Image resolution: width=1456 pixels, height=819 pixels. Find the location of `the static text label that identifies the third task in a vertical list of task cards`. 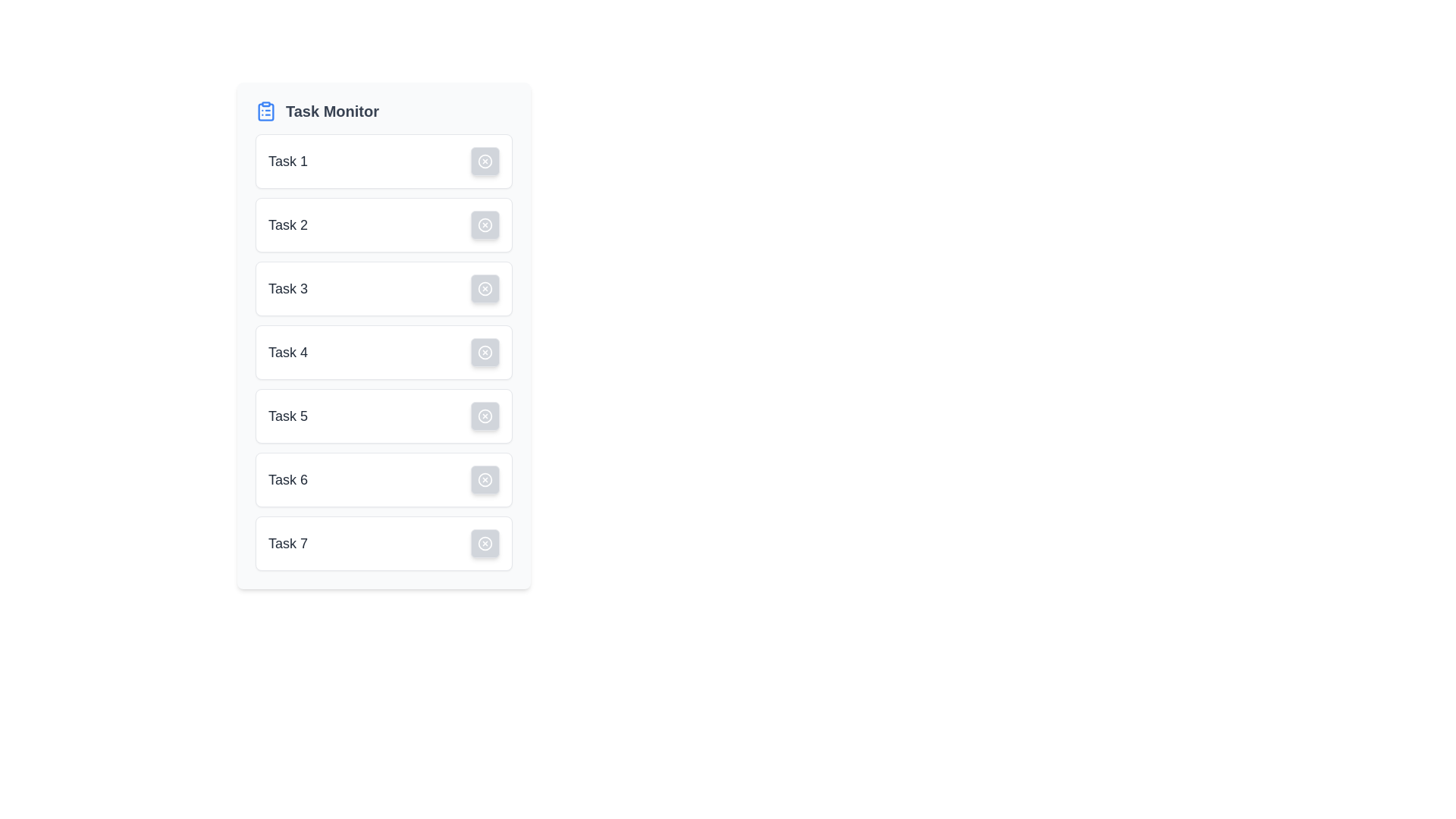

the static text label that identifies the third task in a vertical list of task cards is located at coordinates (287, 289).